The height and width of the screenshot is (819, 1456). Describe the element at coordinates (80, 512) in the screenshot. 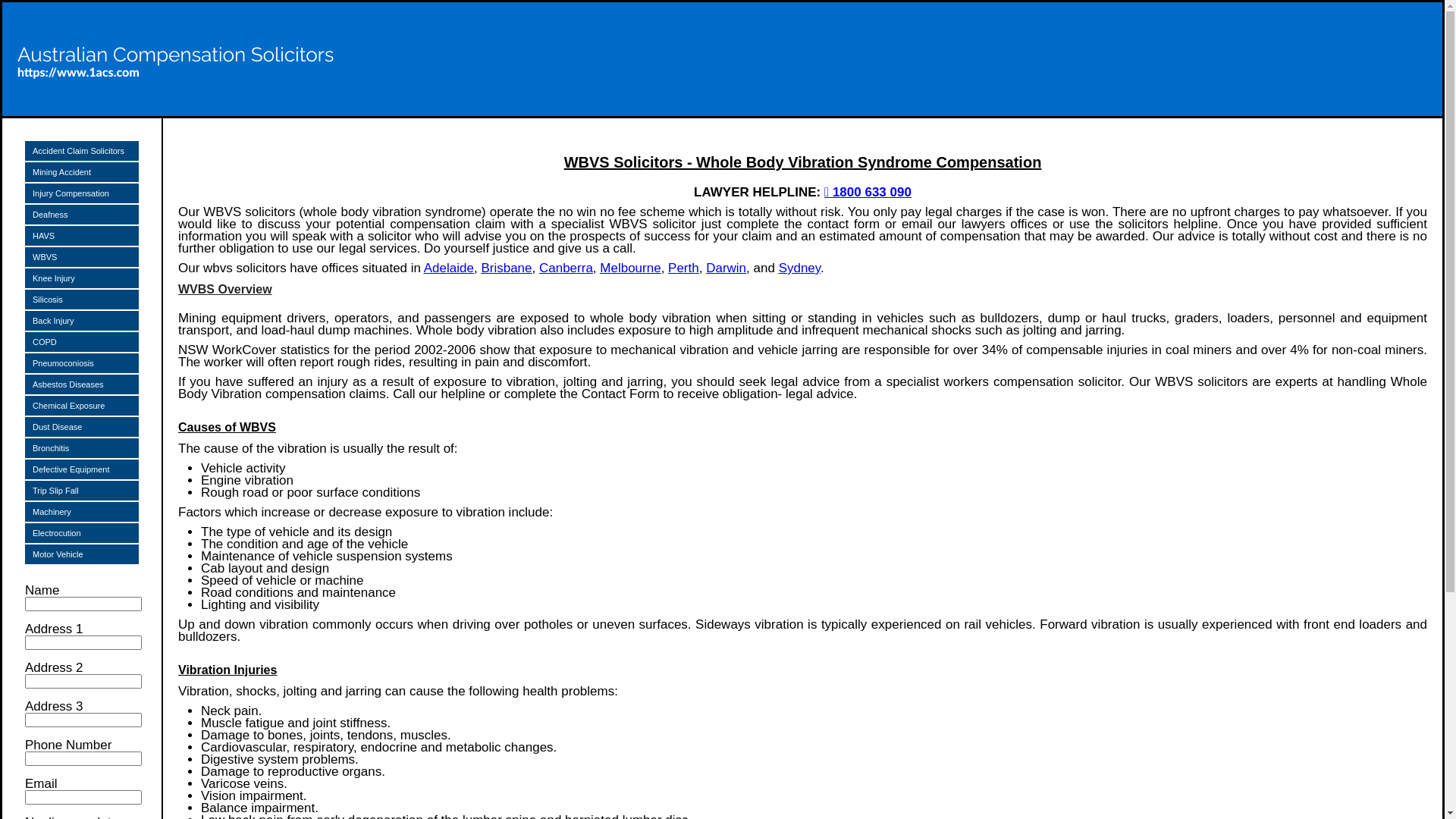

I see `'Machinery'` at that location.